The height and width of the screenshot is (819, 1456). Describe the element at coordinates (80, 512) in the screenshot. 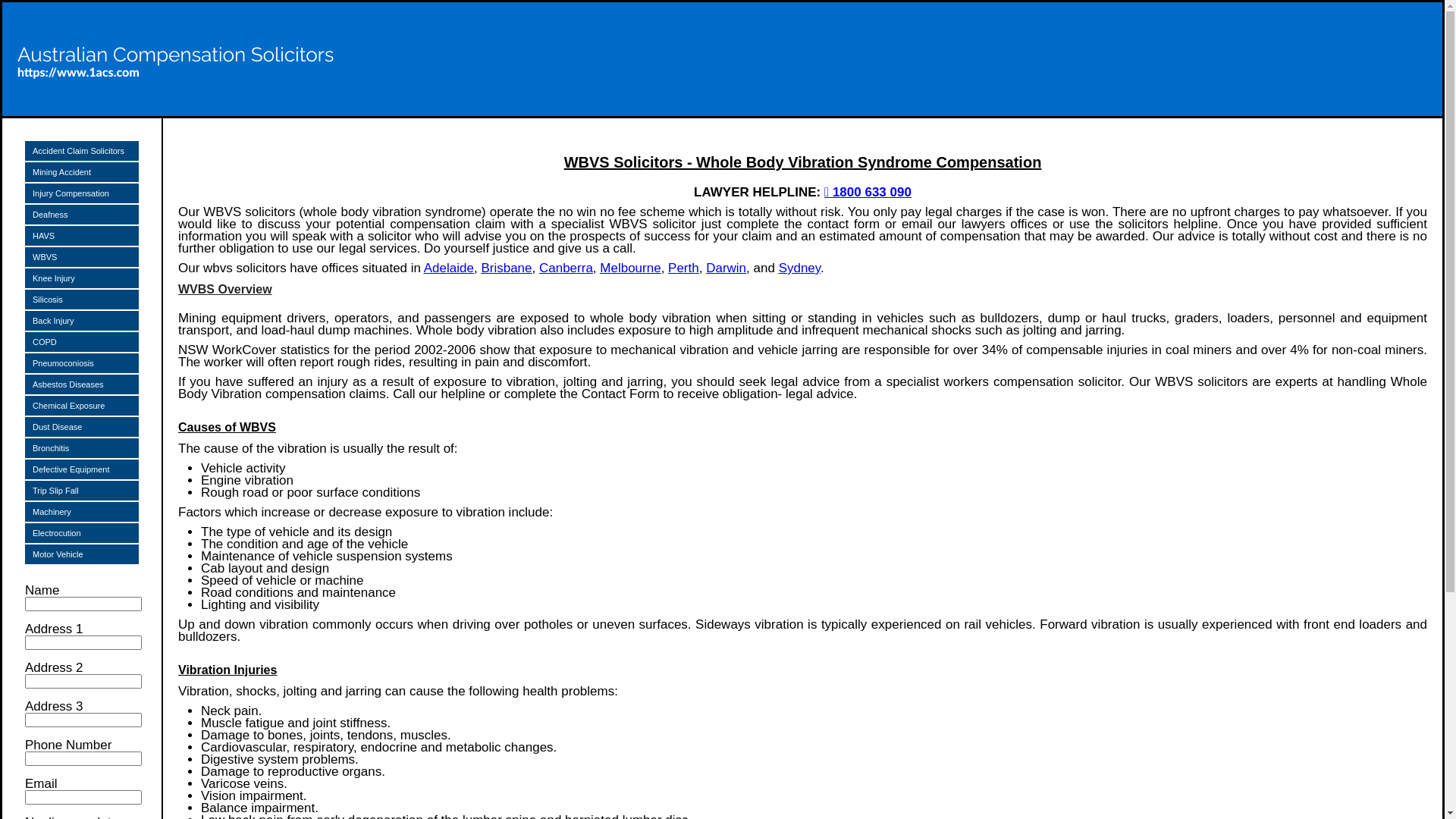

I see `'Machinery'` at that location.